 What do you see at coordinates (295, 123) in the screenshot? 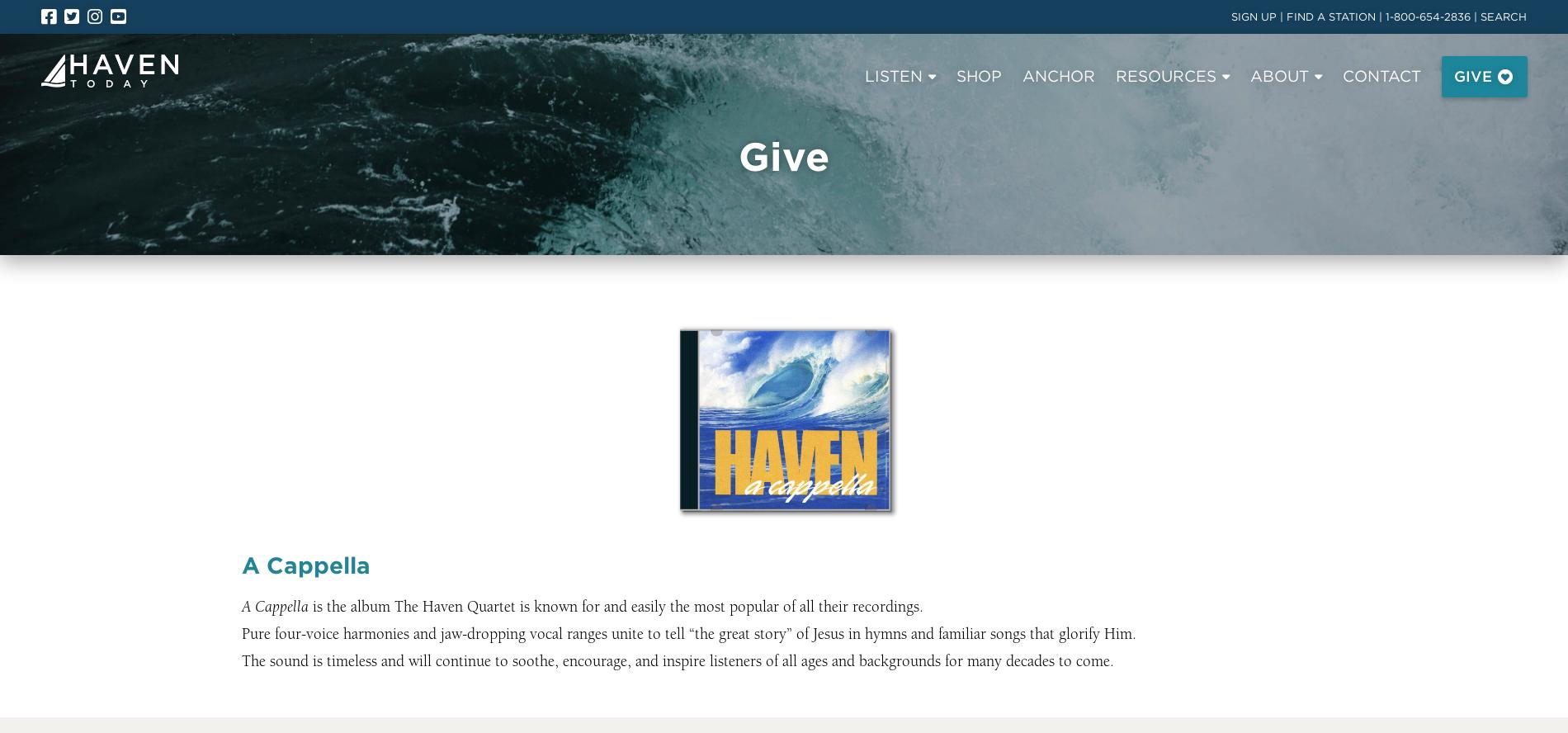
I see `'Program Archive'` at bounding box center [295, 123].